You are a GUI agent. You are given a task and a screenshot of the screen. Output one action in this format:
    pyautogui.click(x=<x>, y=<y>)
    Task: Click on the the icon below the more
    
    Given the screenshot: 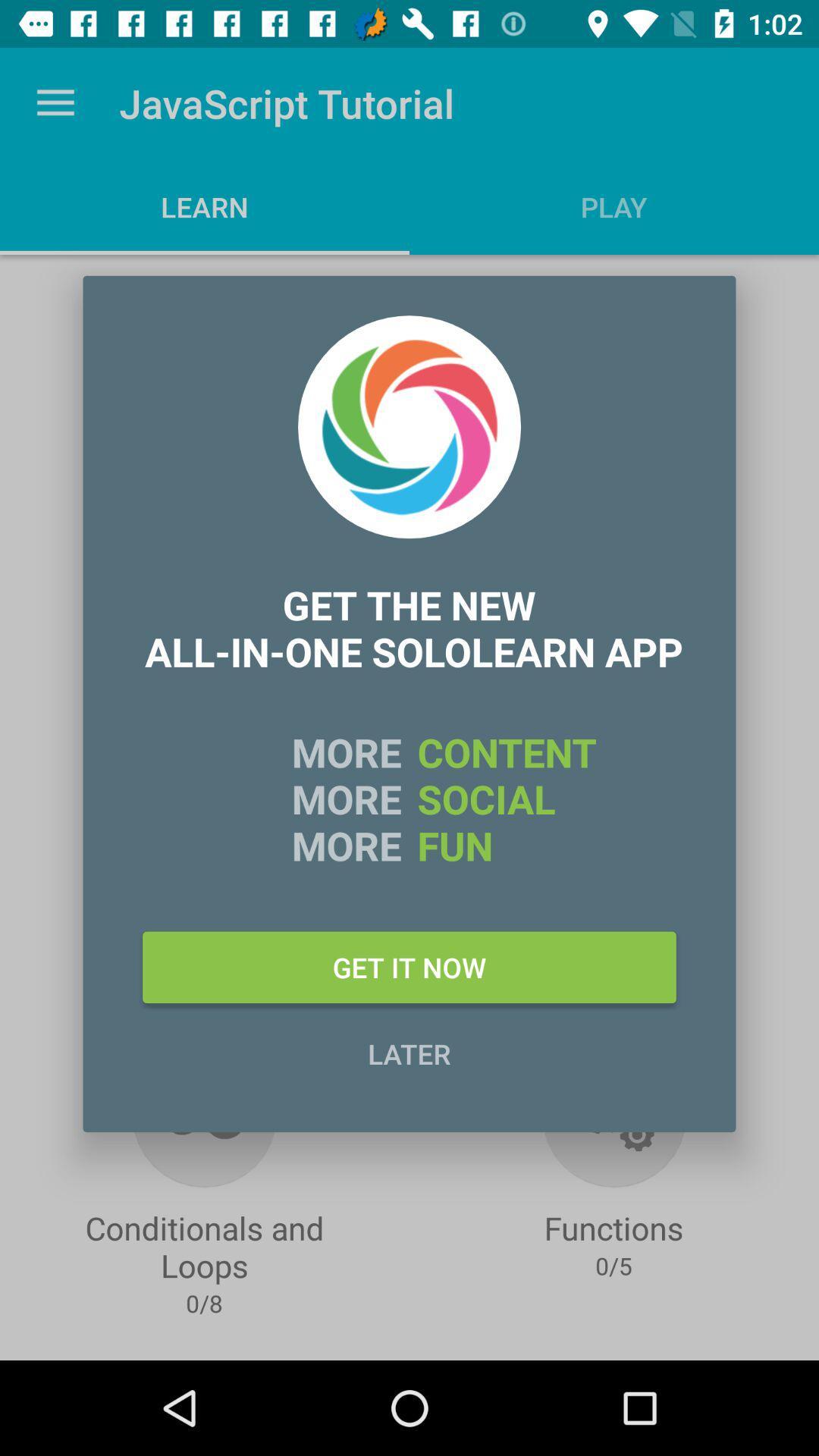 What is the action you would take?
    pyautogui.click(x=409, y=966)
    